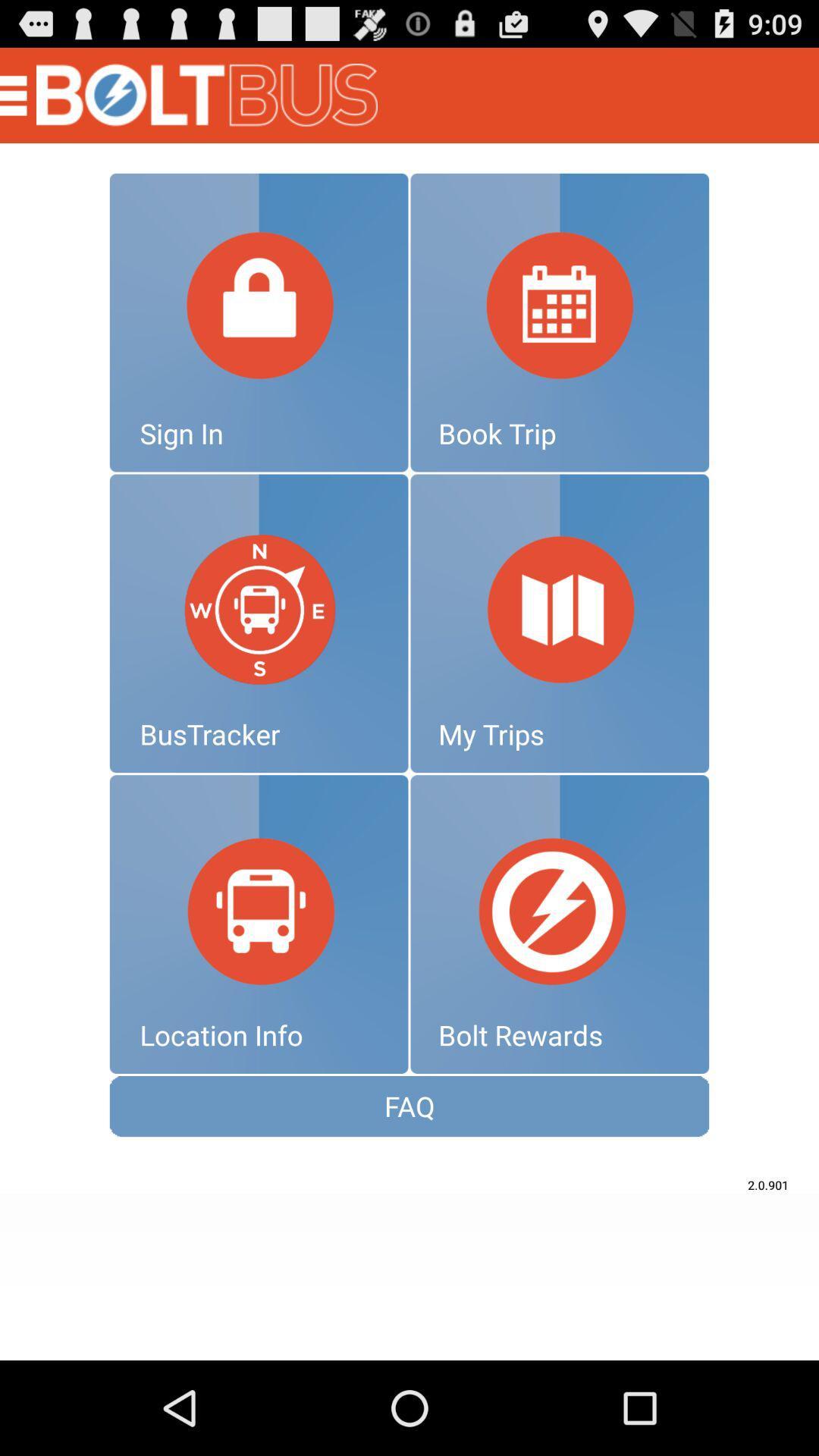  Describe the element at coordinates (560, 623) in the screenshot. I see `my trips` at that location.